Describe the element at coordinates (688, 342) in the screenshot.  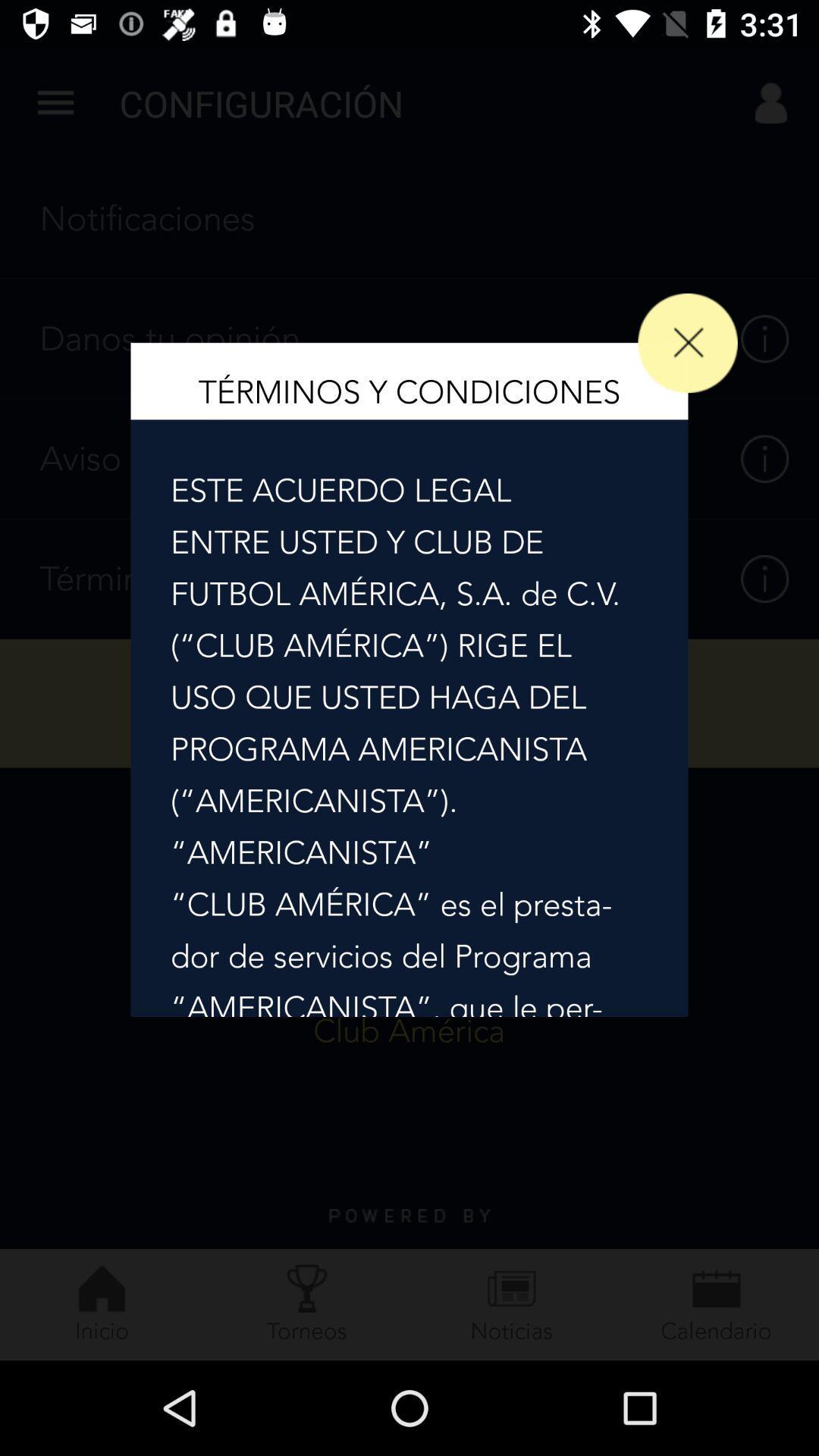
I see `item above the este acuerdo legal item` at that location.